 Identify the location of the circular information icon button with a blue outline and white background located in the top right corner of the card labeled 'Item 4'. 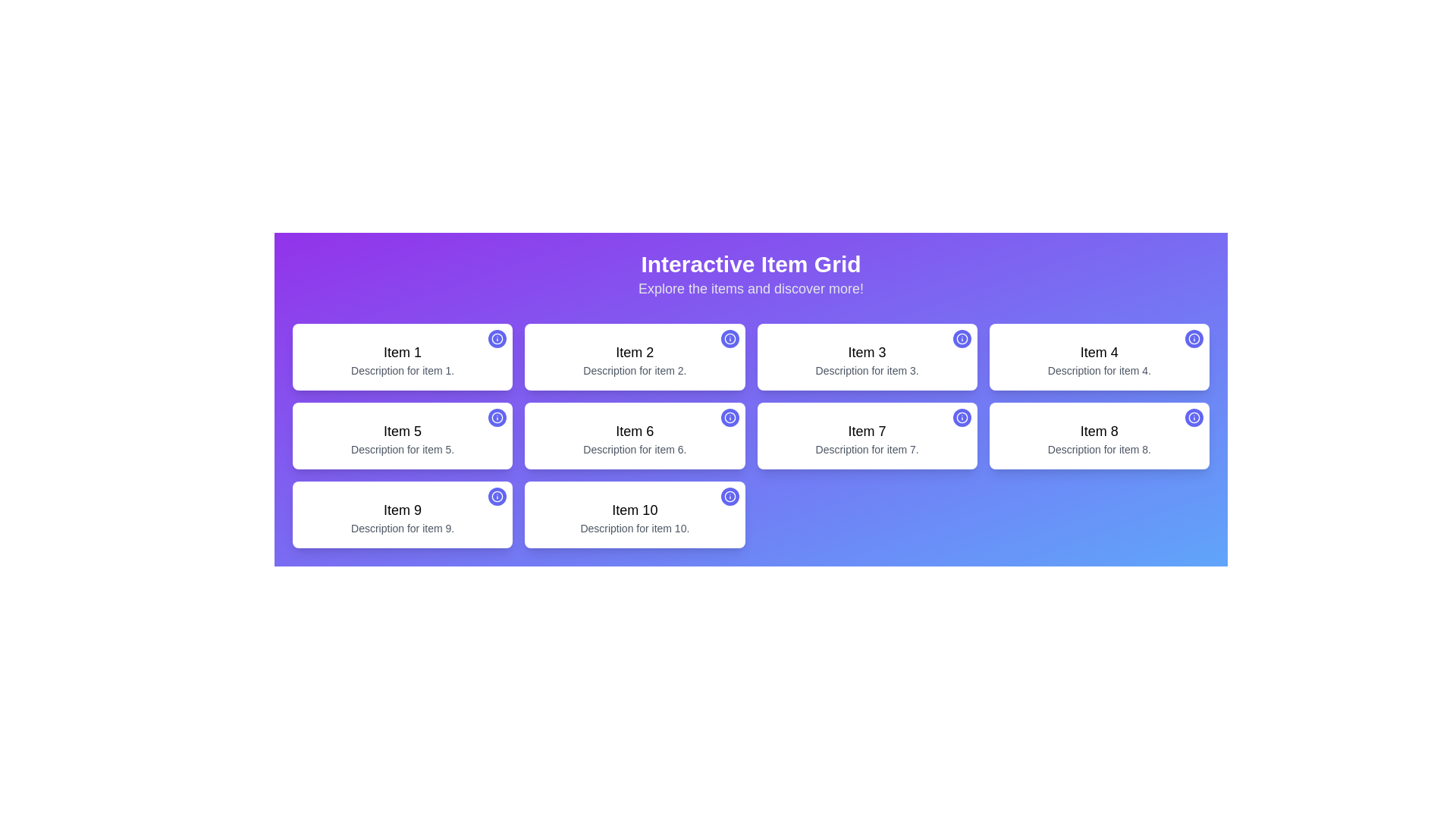
(1193, 338).